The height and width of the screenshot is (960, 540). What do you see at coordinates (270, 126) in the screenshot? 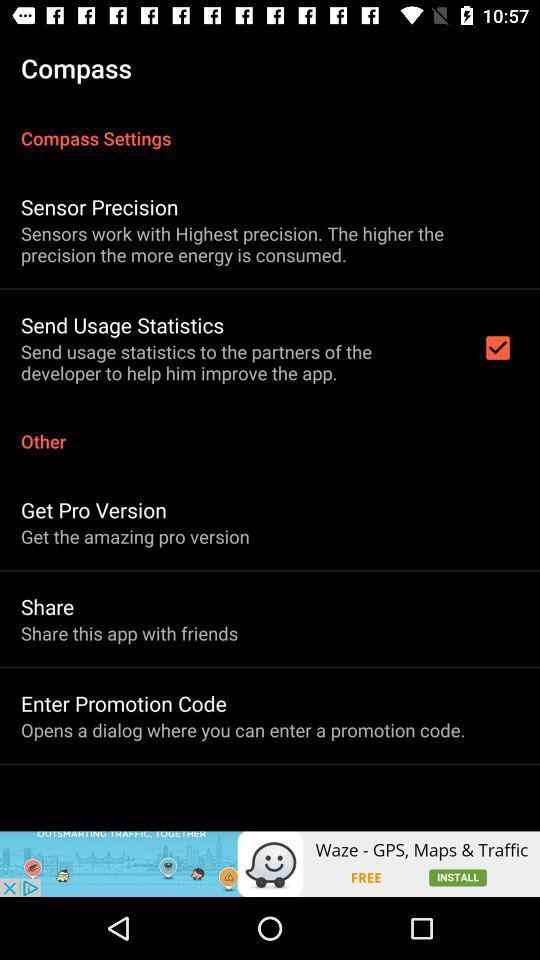
I see `the compass settings icon` at bounding box center [270, 126].